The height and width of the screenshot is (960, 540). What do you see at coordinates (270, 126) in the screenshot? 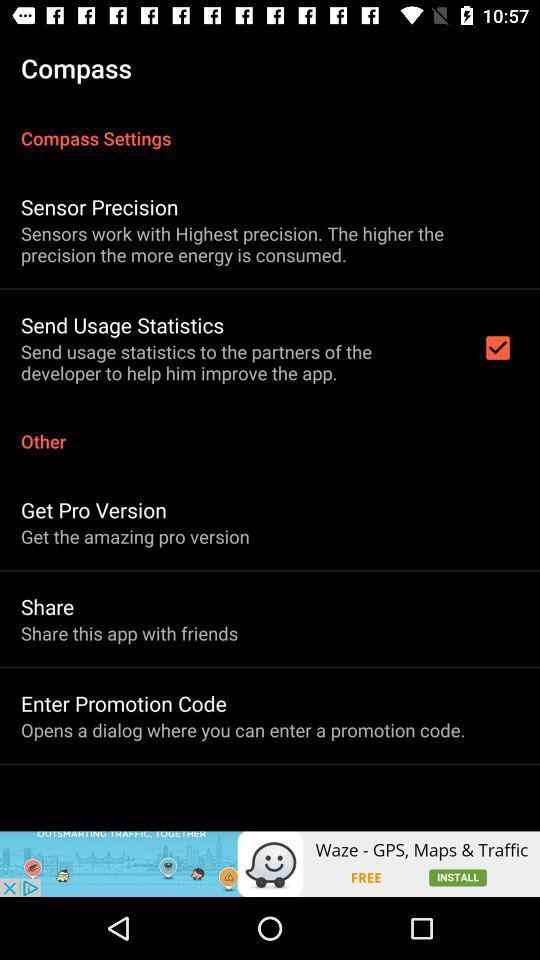
I see `the compass settings icon` at bounding box center [270, 126].